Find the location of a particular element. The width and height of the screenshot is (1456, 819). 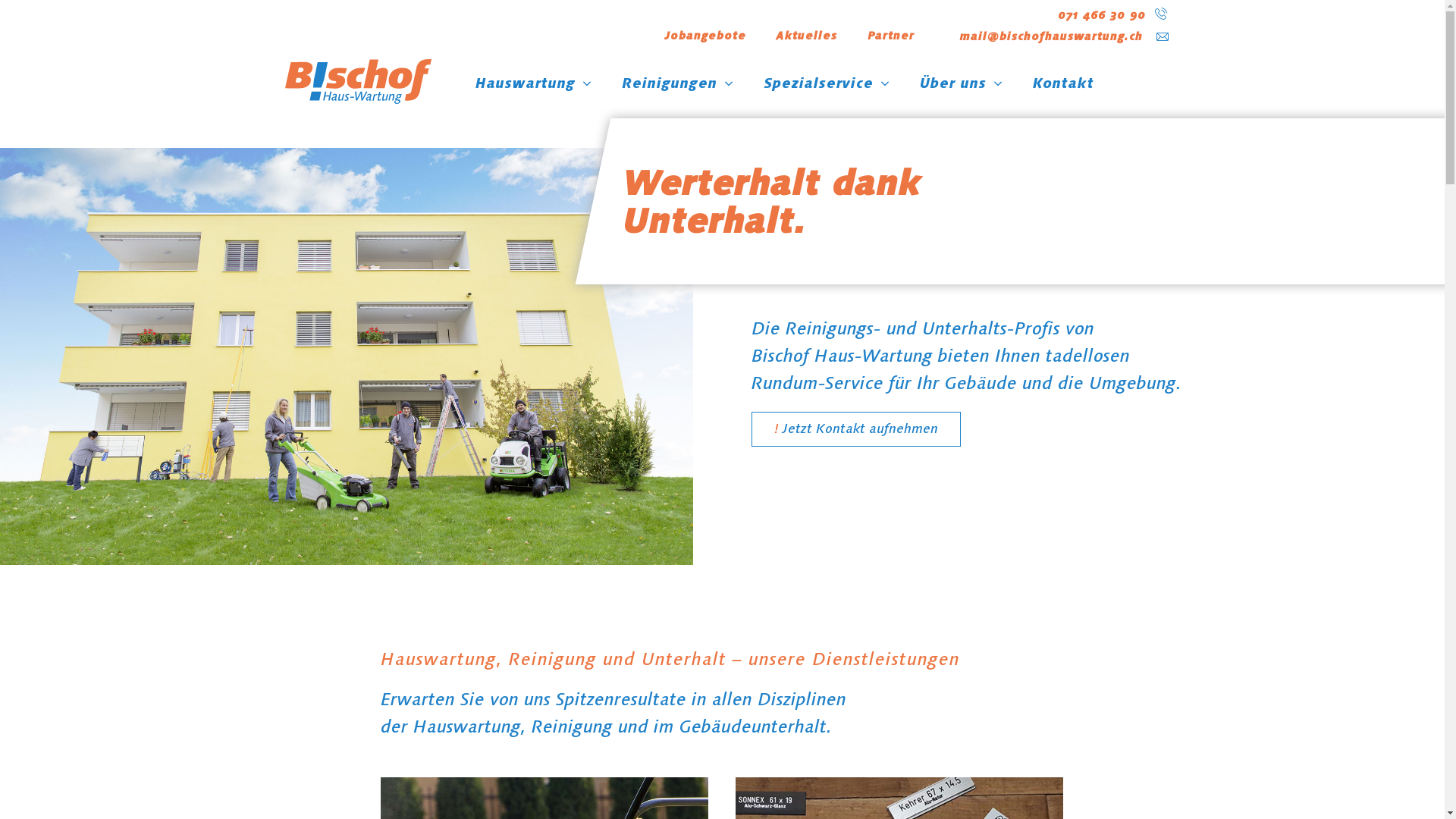

'Kontakt' is located at coordinates (1062, 89).